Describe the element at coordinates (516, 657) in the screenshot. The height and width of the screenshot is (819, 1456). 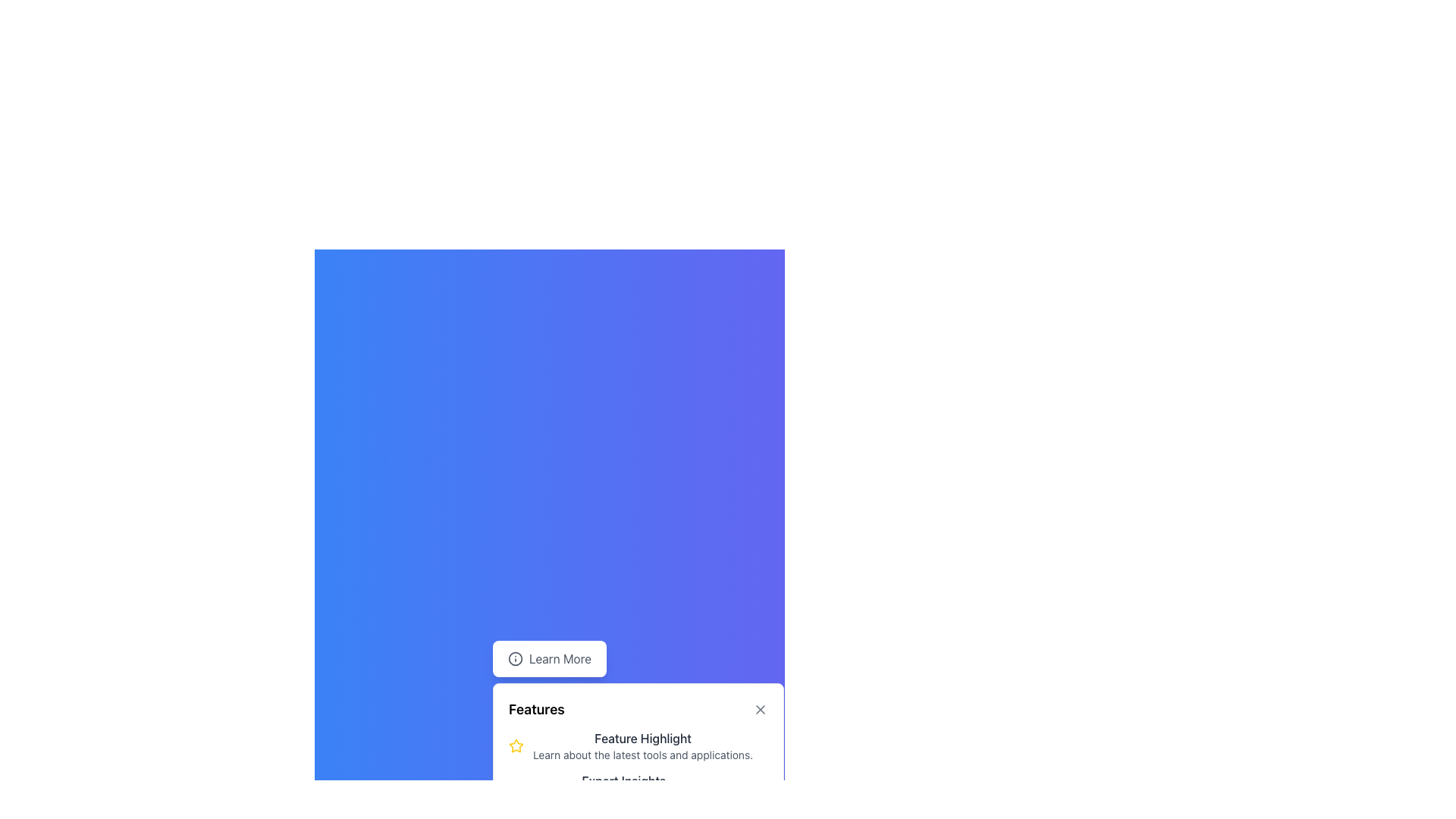
I see `the circular icon with a central dot and surrounding line patterns, located to the left of the 'Learn More' button, to interact with the button` at that location.